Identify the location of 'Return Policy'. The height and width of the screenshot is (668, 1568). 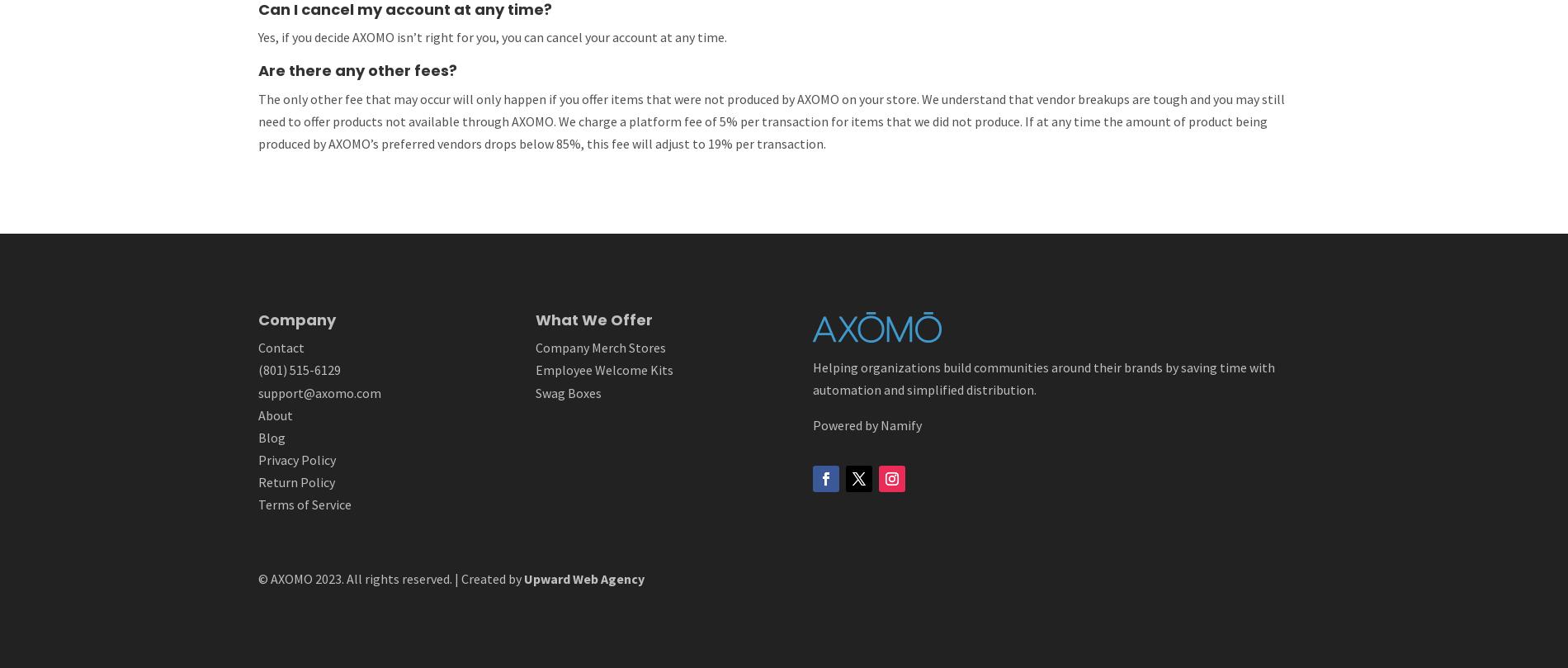
(295, 482).